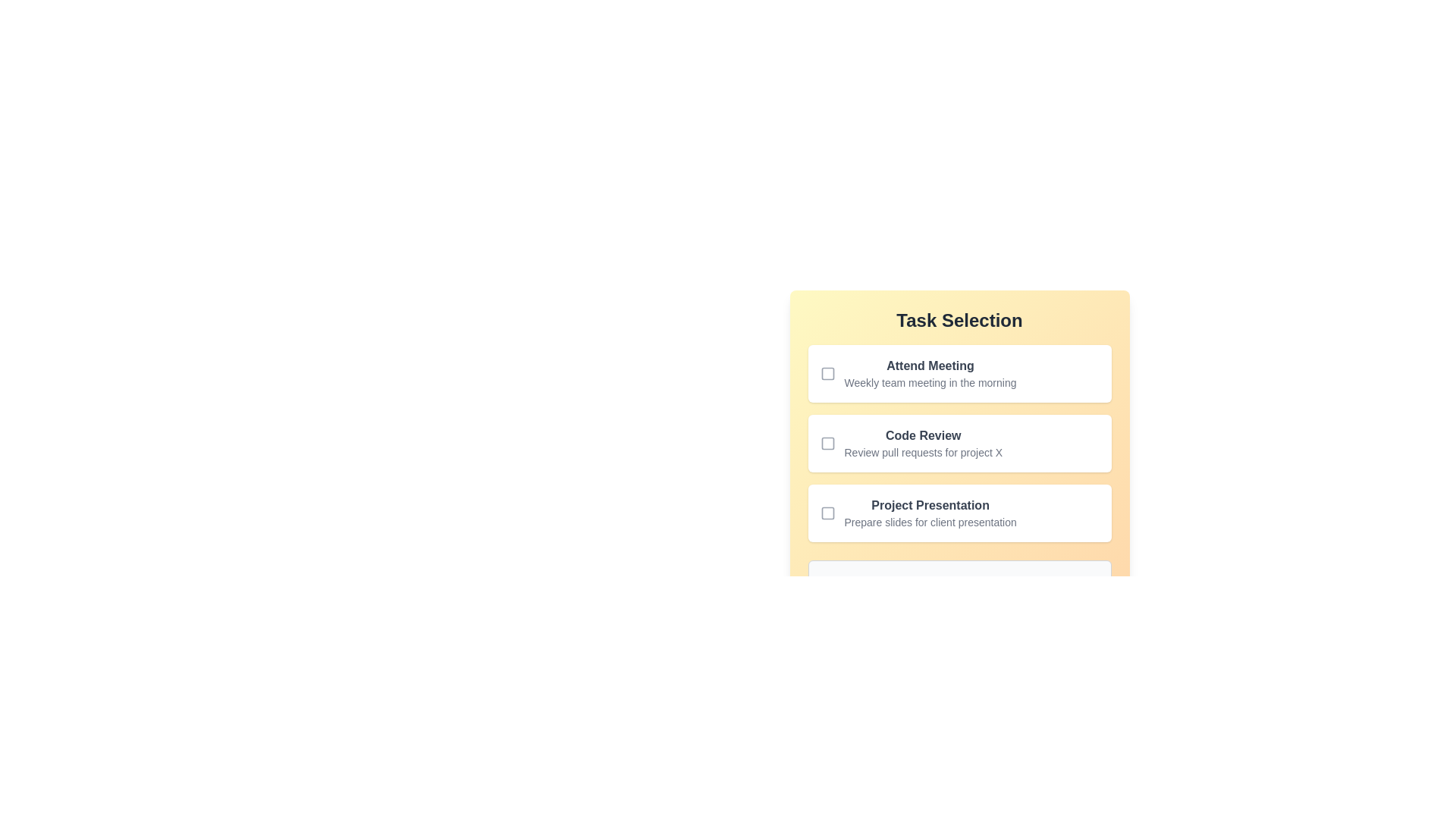  What do you see at coordinates (959, 374) in the screenshot?
I see `the 'Attend Meeting' task item which includes a checkbox and reads its full content` at bounding box center [959, 374].